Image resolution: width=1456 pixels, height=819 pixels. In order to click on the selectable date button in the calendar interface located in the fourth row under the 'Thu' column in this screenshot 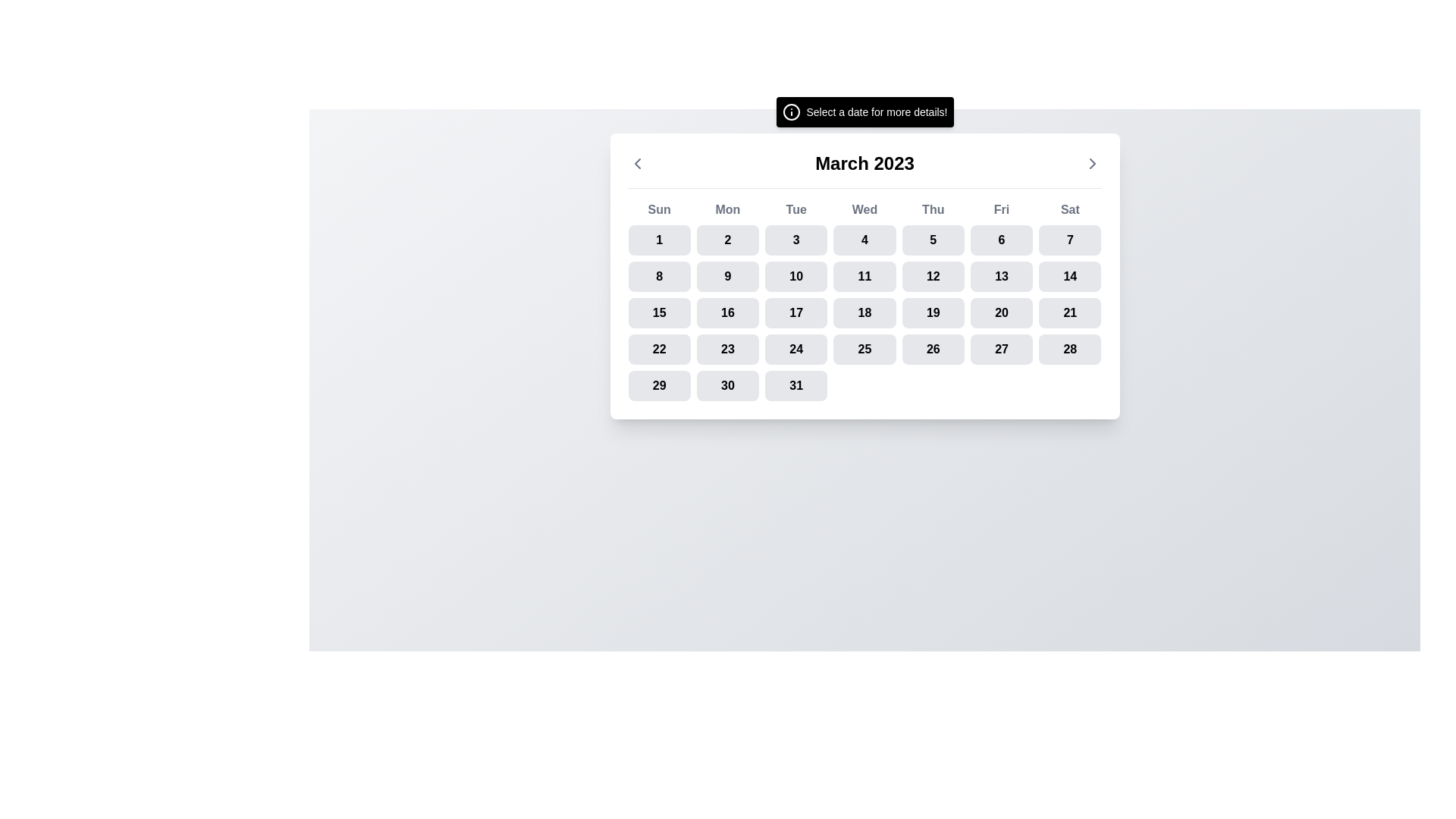, I will do `click(932, 312)`.